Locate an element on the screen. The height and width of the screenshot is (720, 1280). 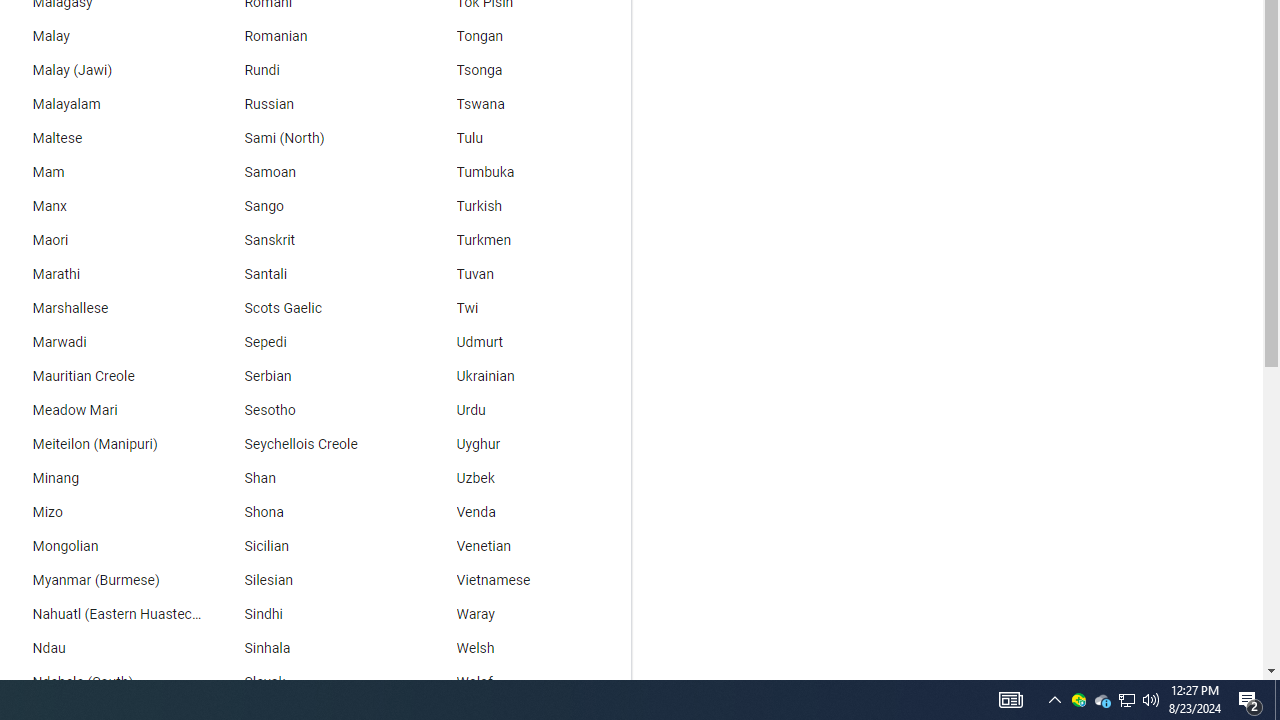
'Samoan' is located at coordinates (311, 171).